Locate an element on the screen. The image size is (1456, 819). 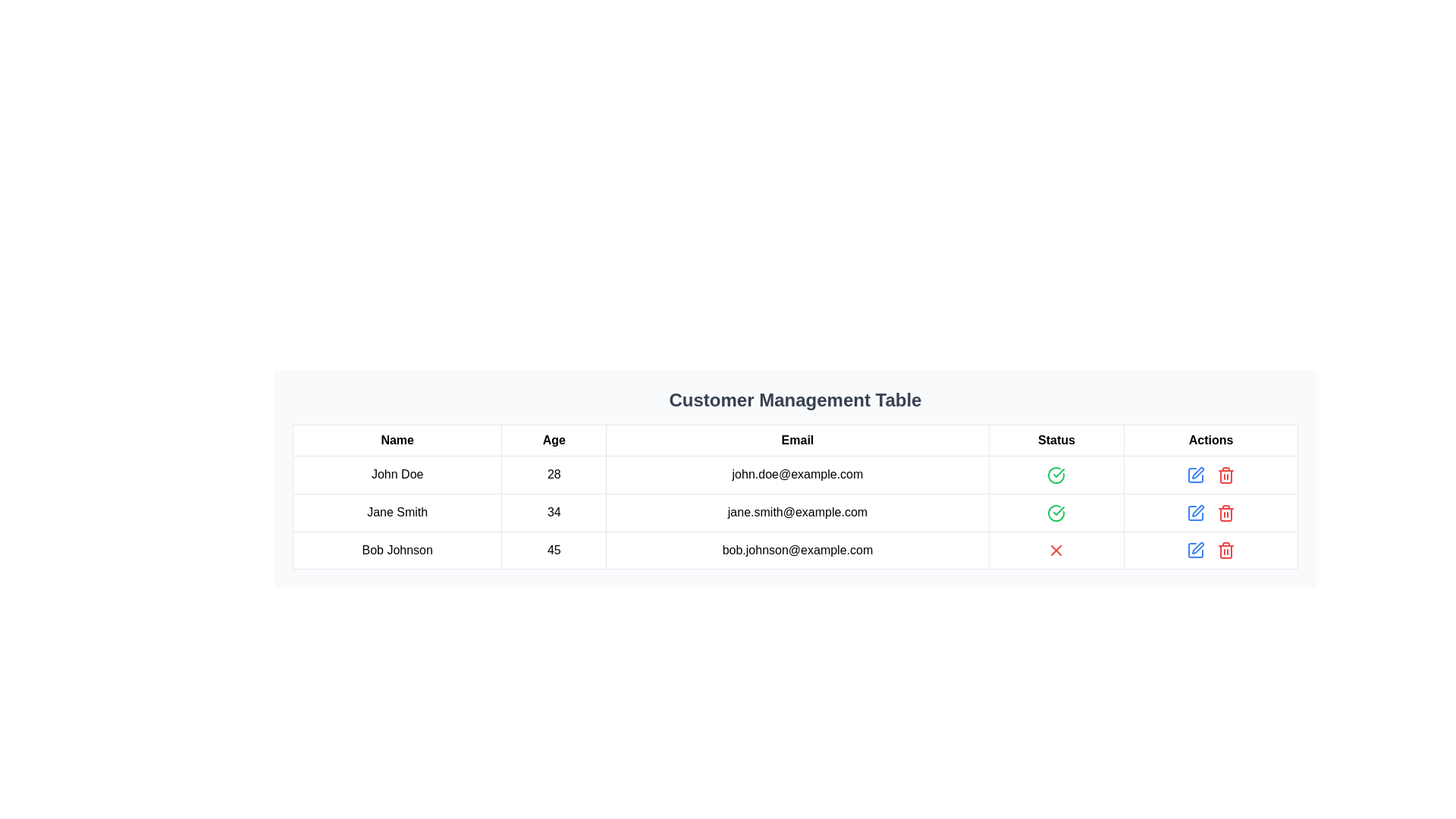
the red trash bin icon located in the 'Actions' column for 'Bob Johnson' is located at coordinates (1226, 551).